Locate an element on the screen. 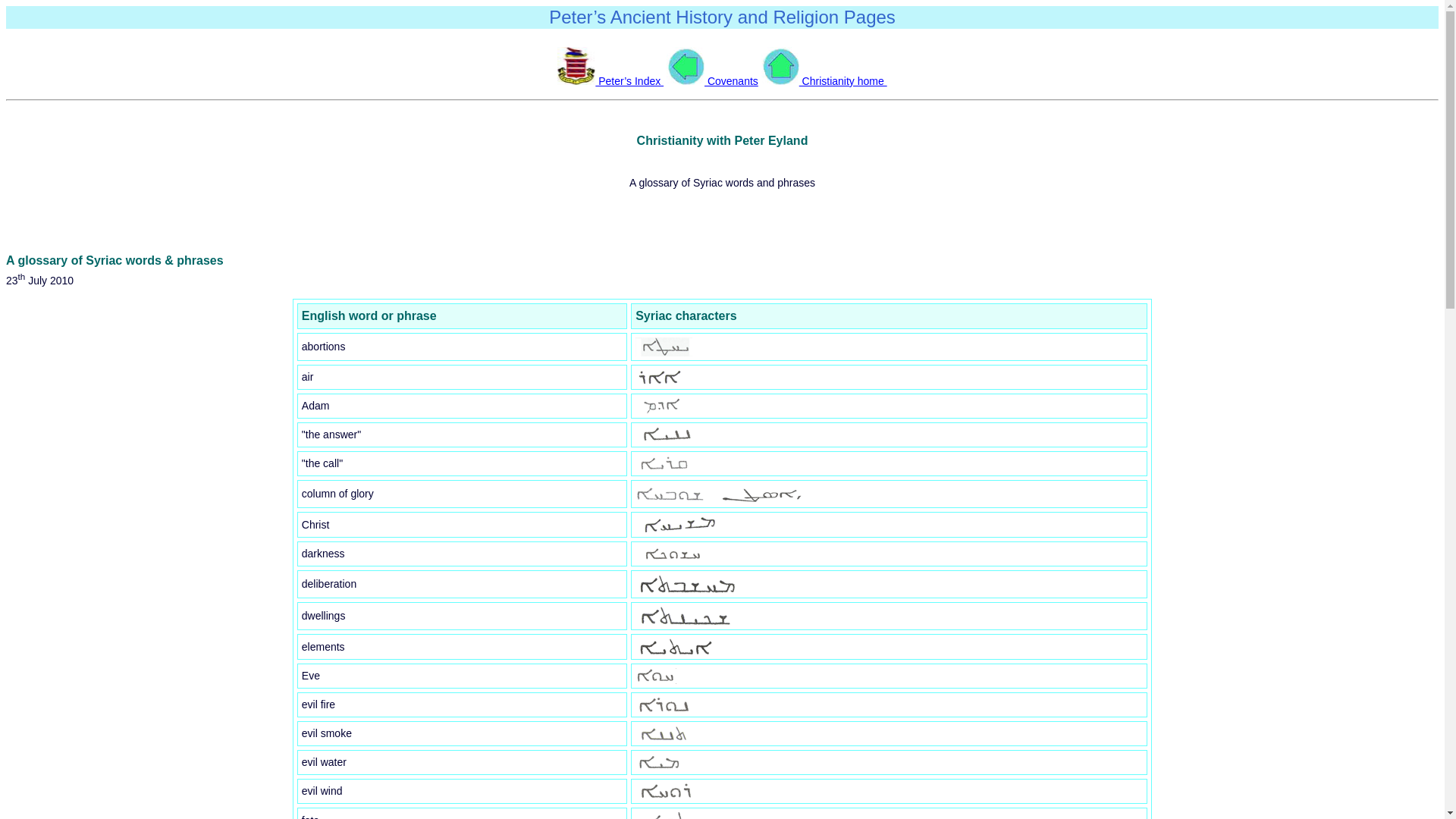 The height and width of the screenshot is (819, 1456). 'Covenants' is located at coordinates (711, 81).